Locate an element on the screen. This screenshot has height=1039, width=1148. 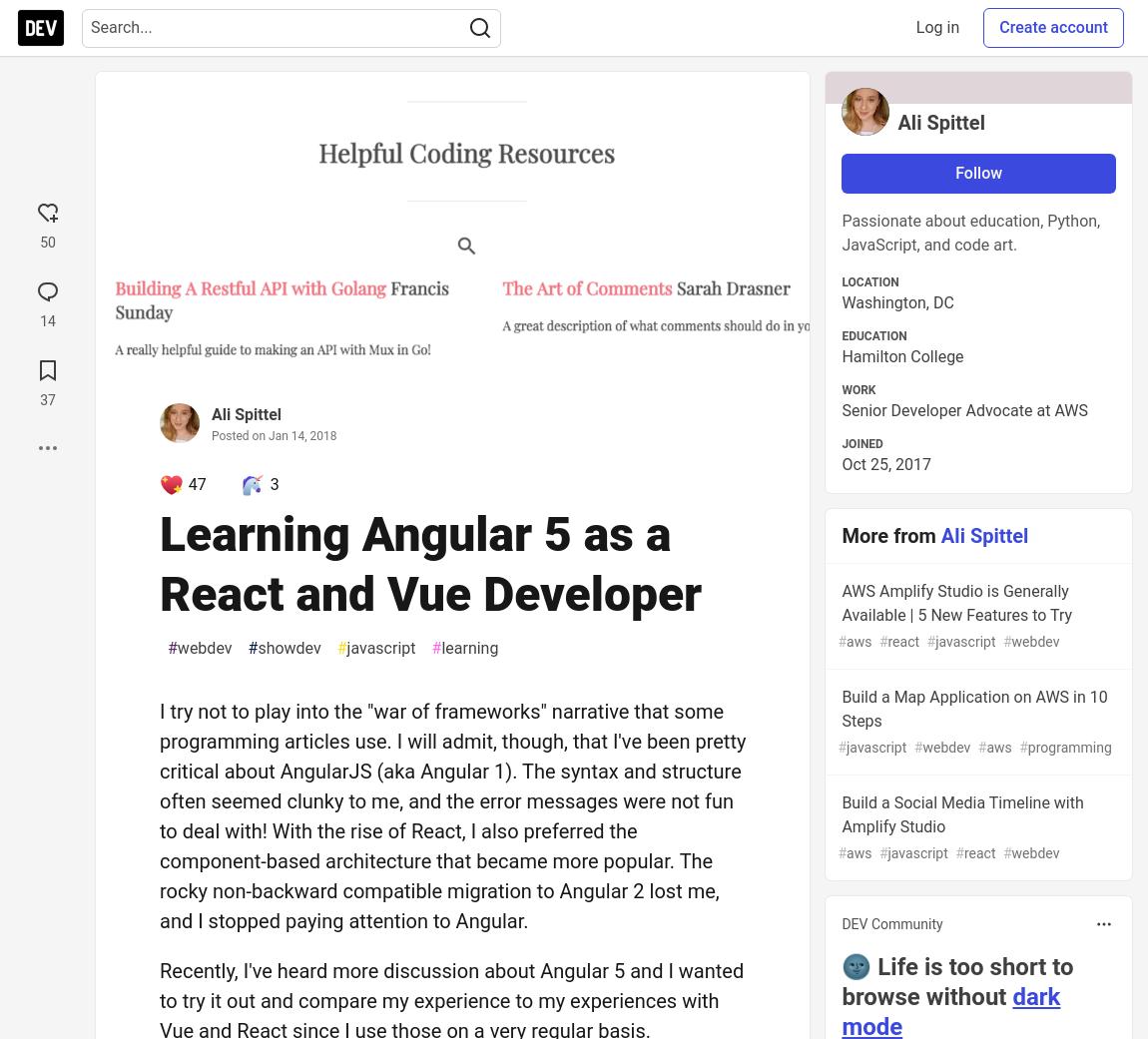
'50' is located at coordinates (46, 241).